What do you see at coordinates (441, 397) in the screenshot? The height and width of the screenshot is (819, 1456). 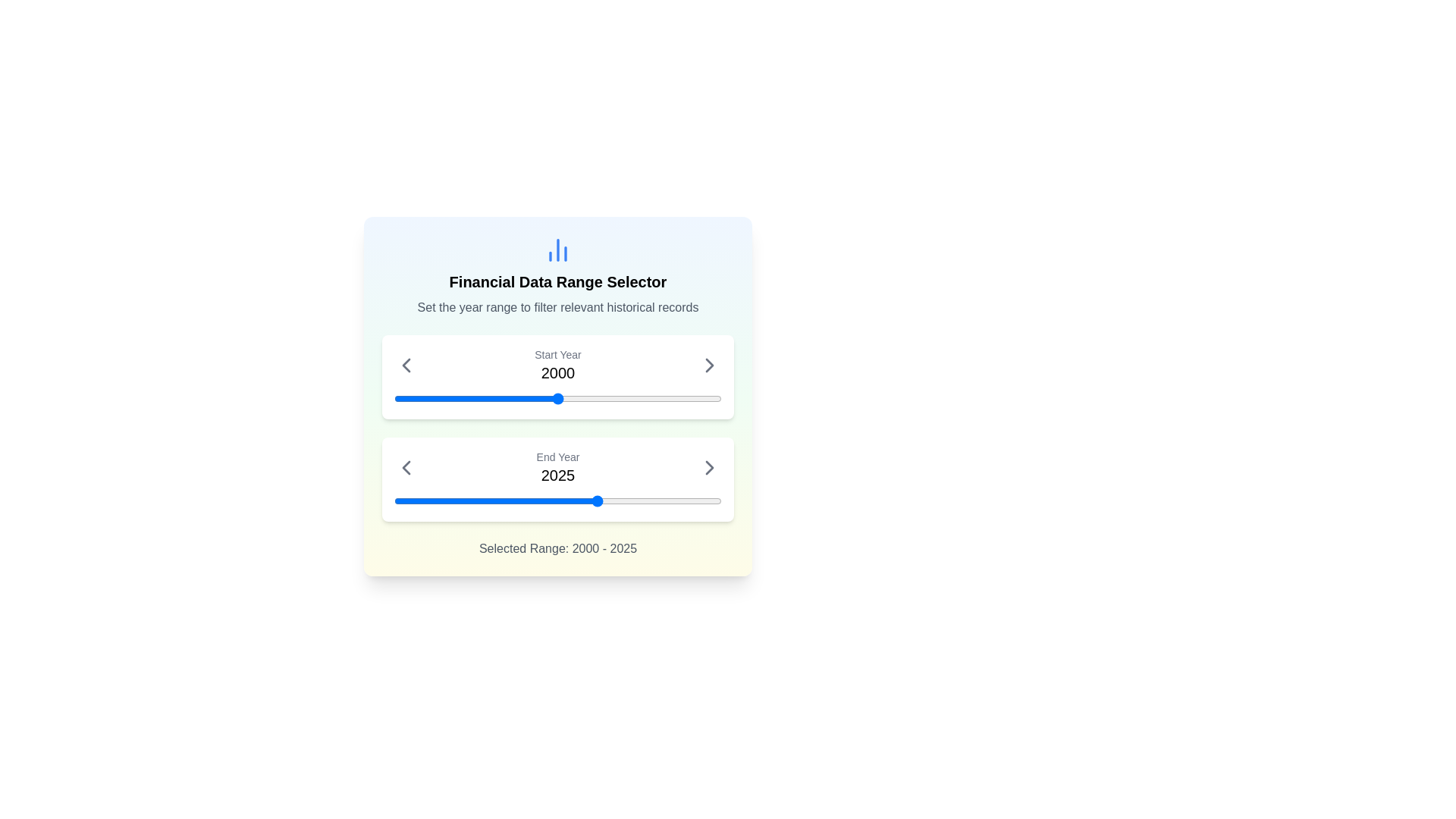 I see `the start year` at bounding box center [441, 397].